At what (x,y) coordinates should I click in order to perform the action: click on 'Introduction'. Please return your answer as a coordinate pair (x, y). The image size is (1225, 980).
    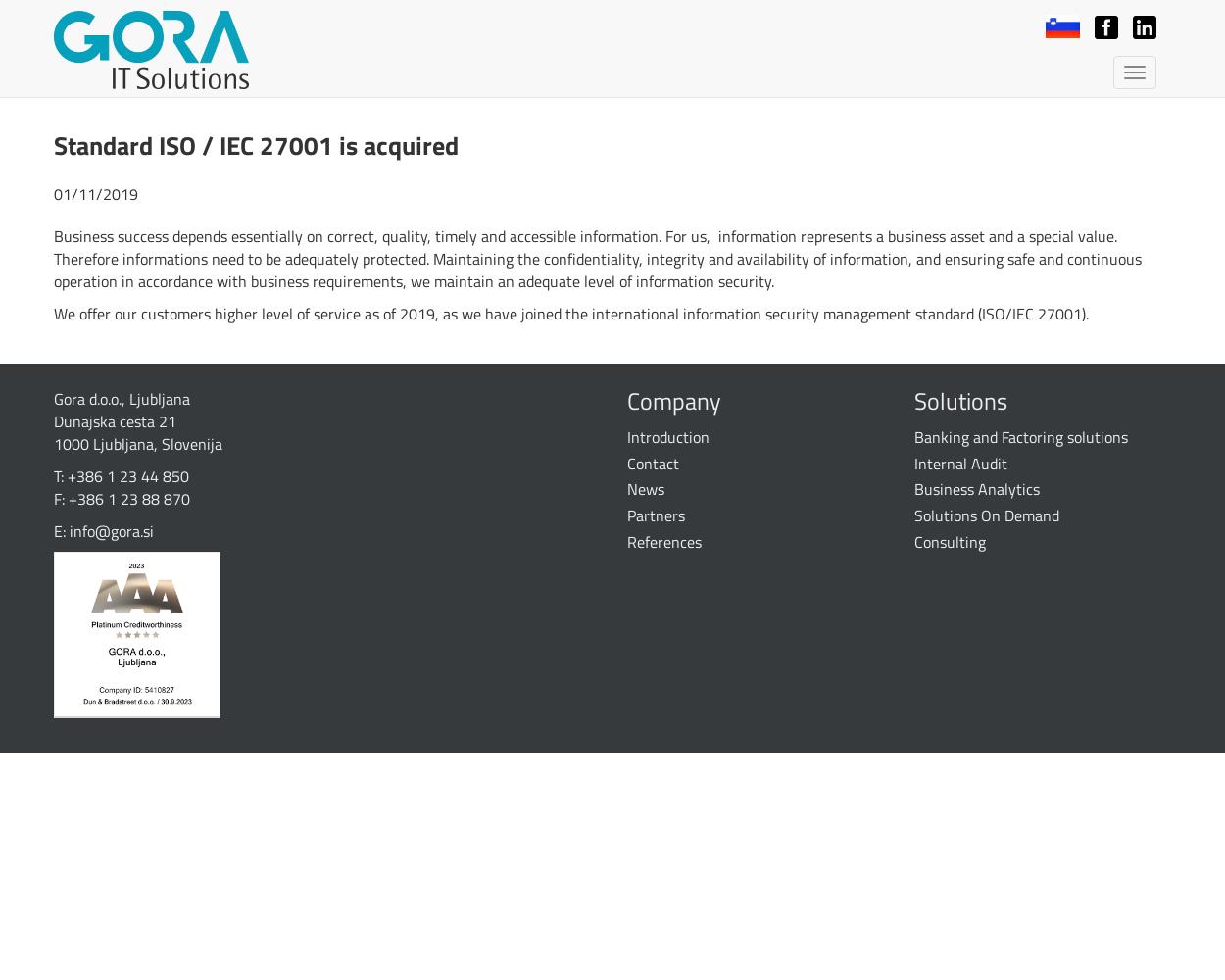
    Looking at the image, I should click on (668, 435).